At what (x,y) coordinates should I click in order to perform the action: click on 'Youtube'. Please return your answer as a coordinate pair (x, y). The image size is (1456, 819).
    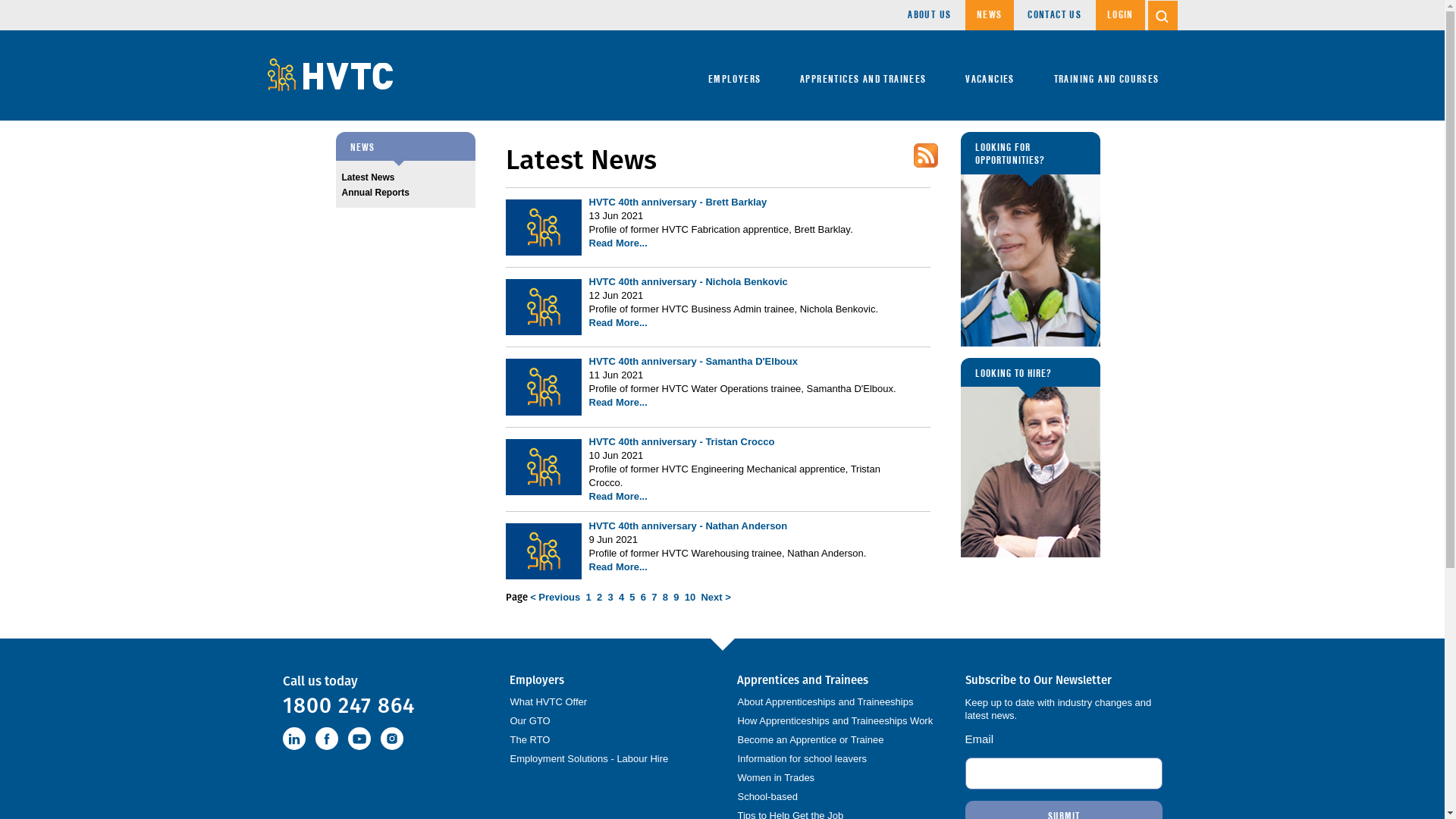
    Looking at the image, I should click on (358, 738).